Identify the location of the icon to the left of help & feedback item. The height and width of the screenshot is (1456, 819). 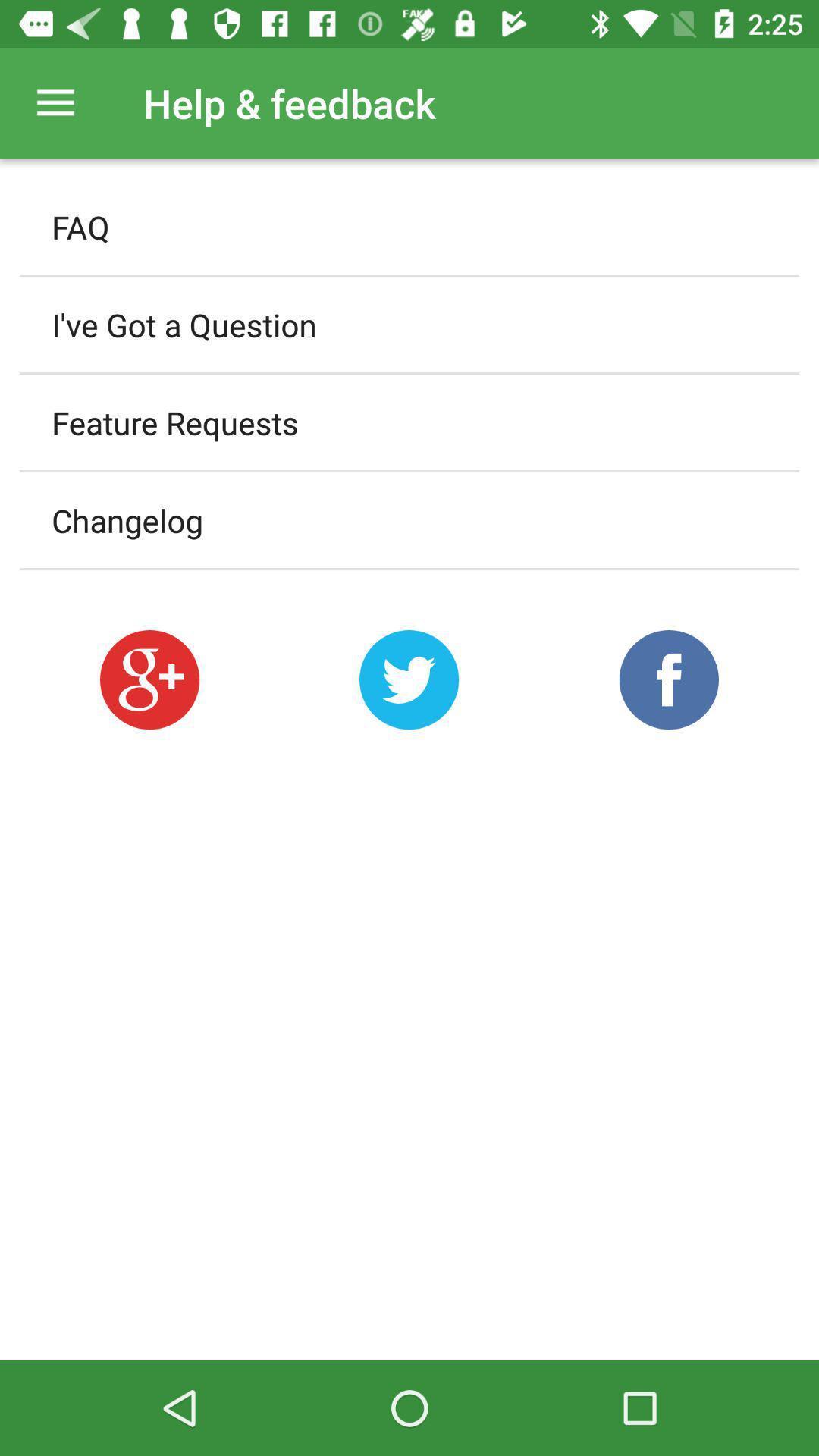
(55, 102).